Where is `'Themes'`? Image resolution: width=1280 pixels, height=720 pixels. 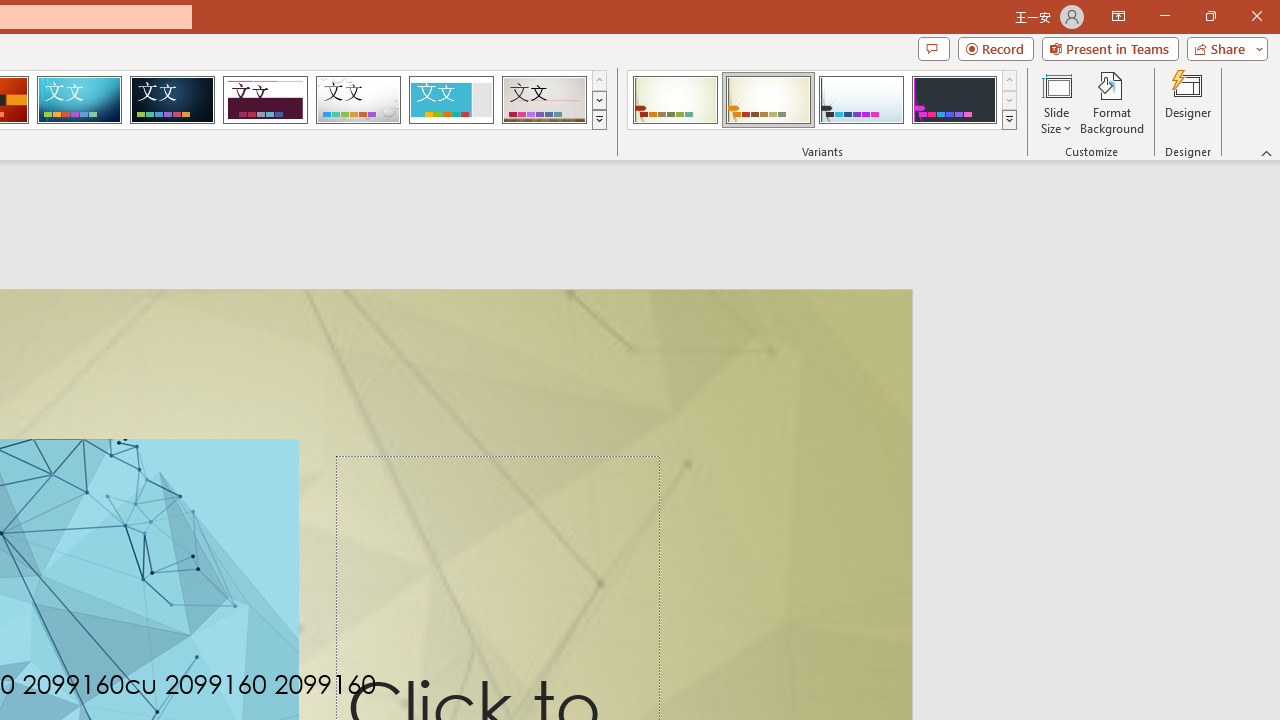
'Themes' is located at coordinates (598, 120).